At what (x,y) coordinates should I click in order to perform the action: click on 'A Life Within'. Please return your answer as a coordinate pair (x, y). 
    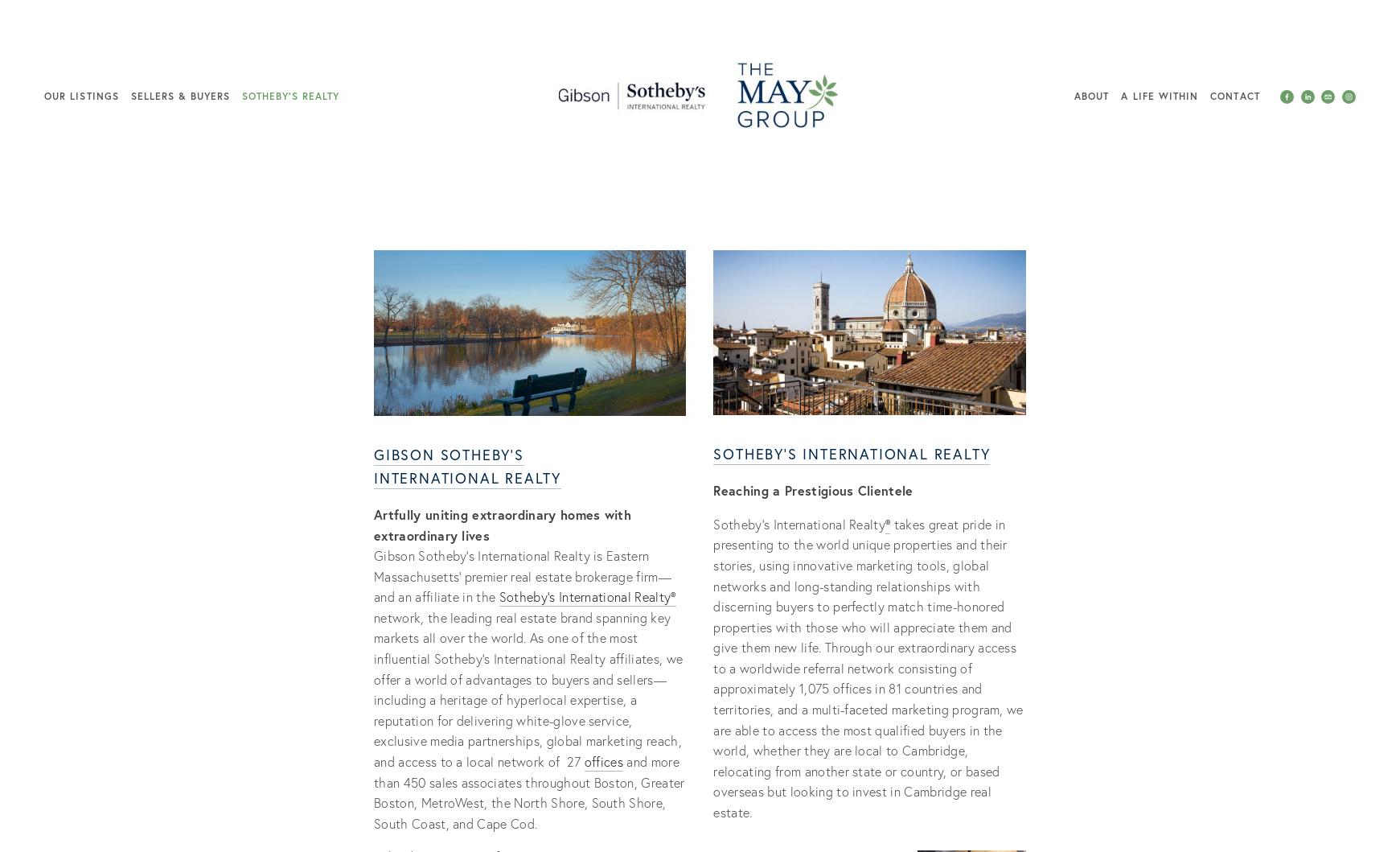
    Looking at the image, I should click on (1159, 95).